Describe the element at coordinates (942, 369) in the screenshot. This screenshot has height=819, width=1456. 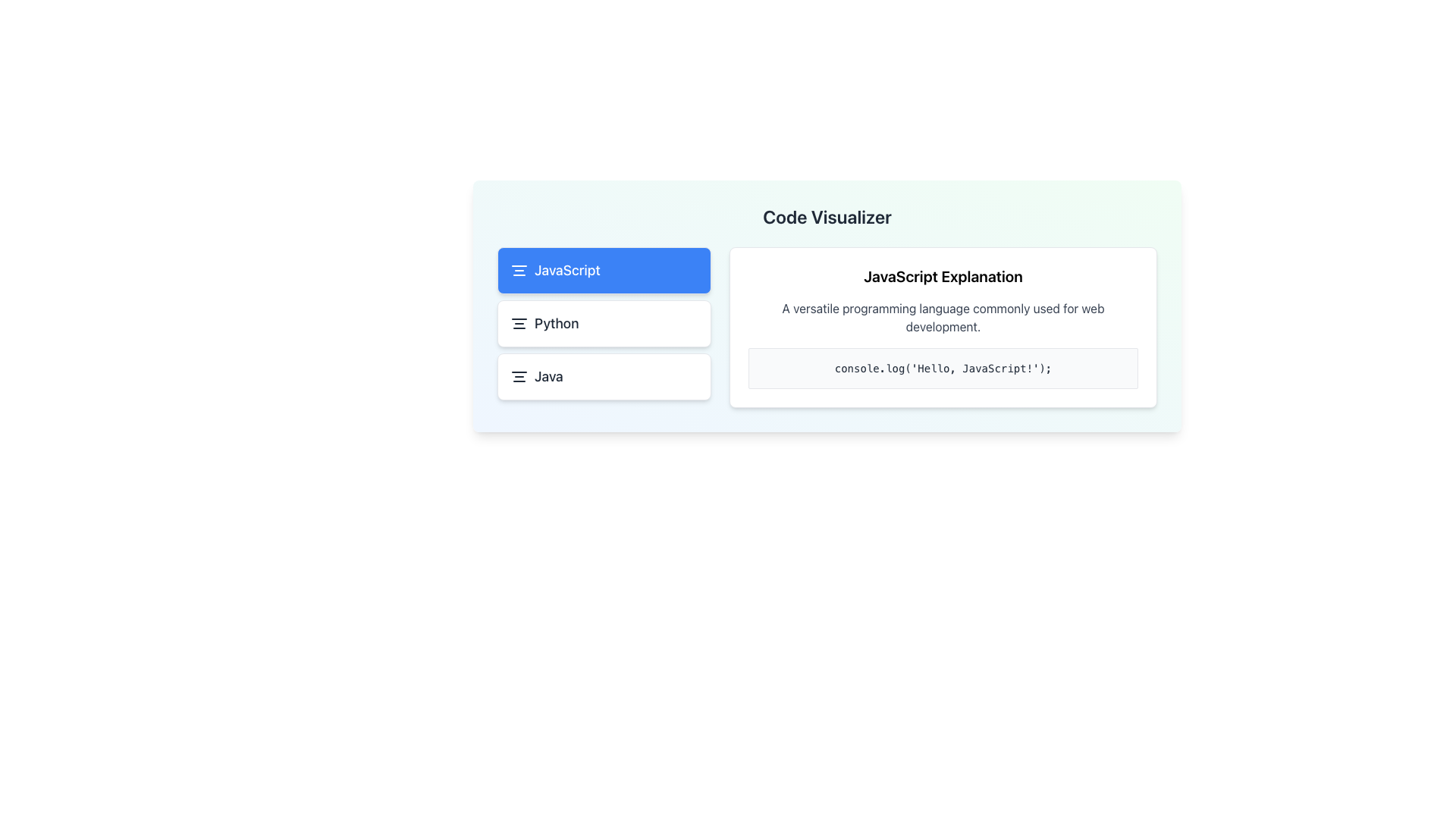
I see `the text 'console.log('Hello, JavaScript!');' displayed in a monospaced font within the light gray background box to copy it` at that location.